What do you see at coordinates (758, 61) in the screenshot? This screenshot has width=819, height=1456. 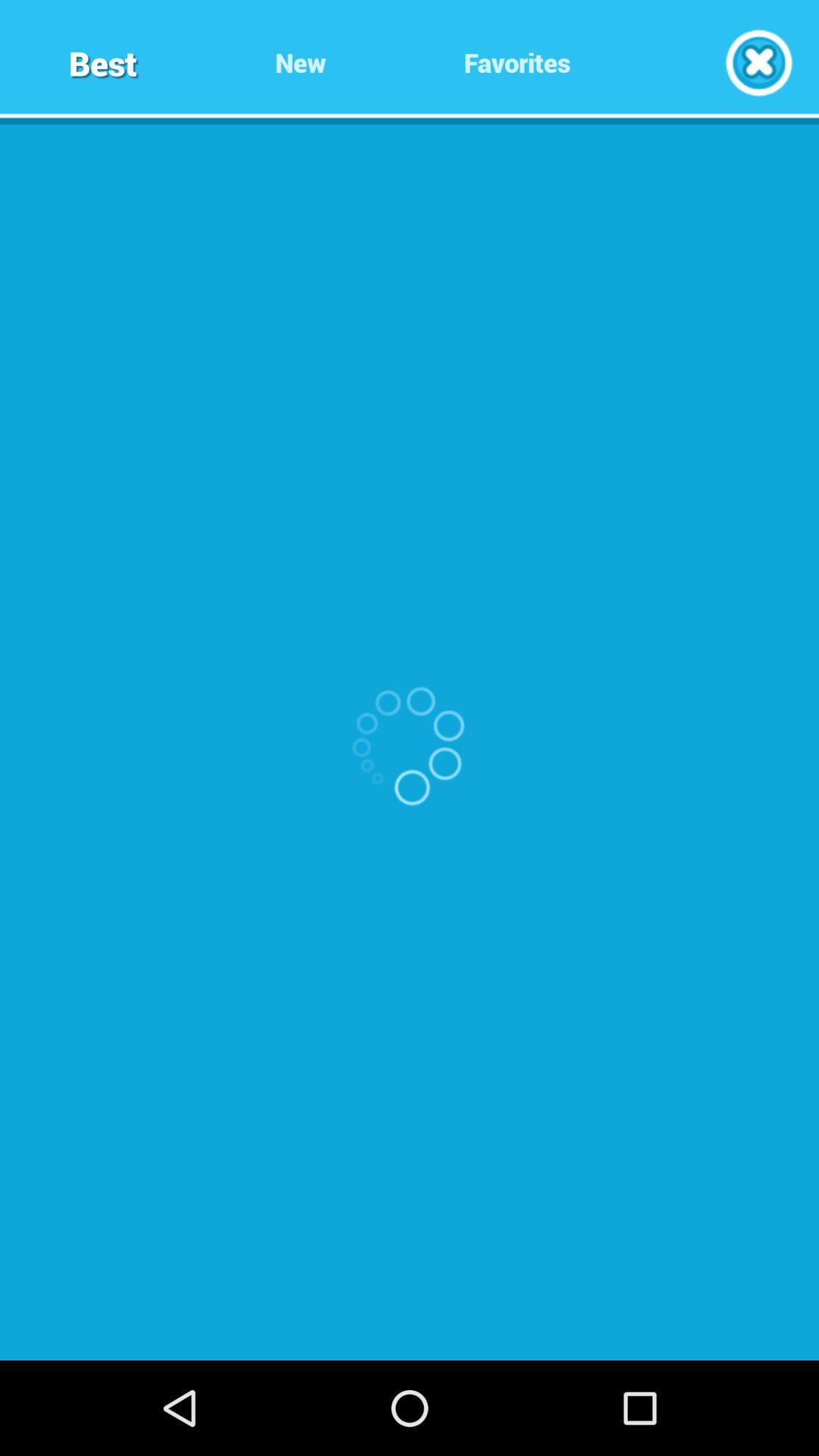 I see `scrren` at bounding box center [758, 61].